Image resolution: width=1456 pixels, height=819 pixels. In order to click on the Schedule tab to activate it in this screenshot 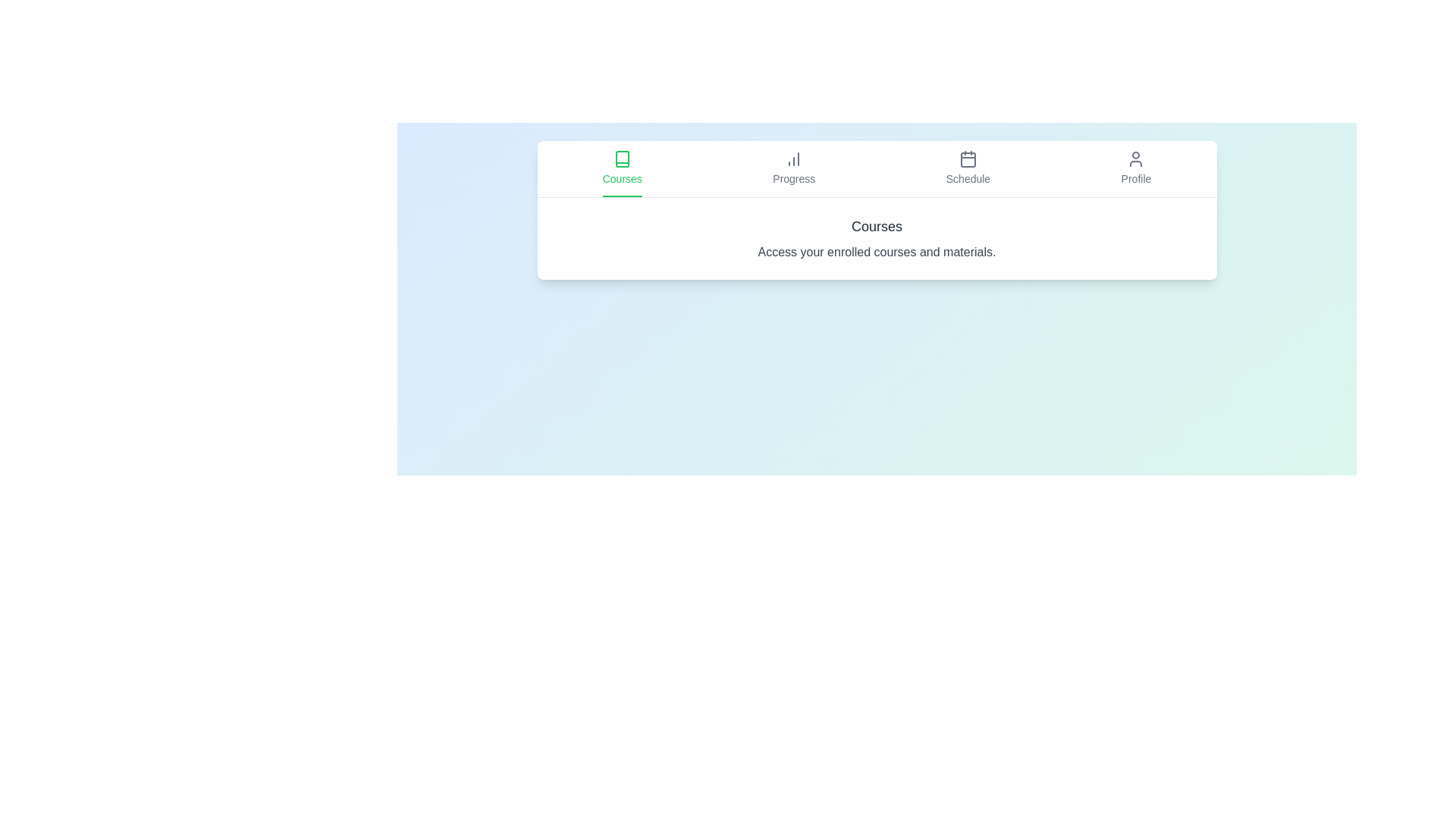, I will do `click(967, 169)`.